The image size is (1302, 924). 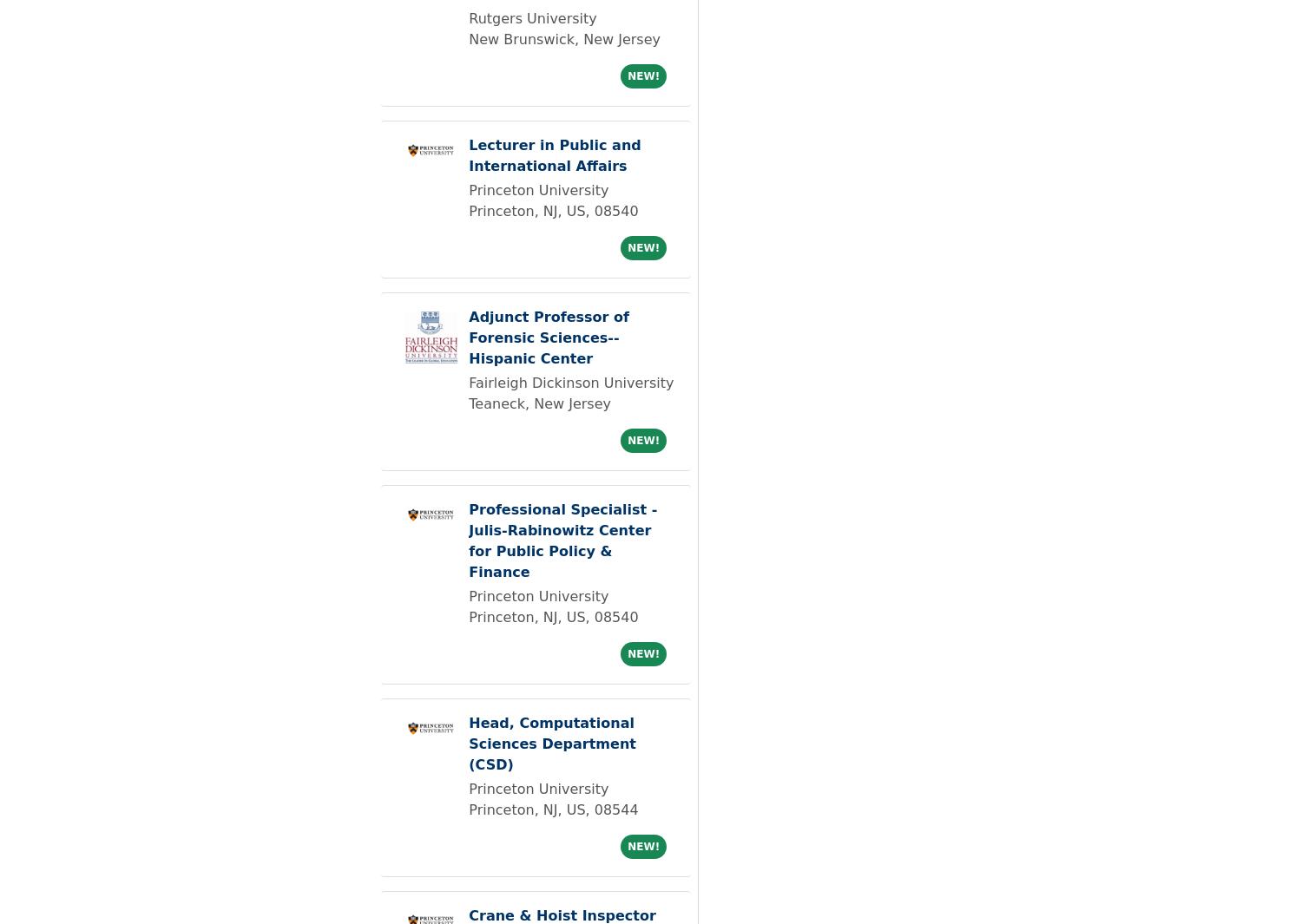 What do you see at coordinates (531, 17) in the screenshot?
I see `'Rutgers University'` at bounding box center [531, 17].